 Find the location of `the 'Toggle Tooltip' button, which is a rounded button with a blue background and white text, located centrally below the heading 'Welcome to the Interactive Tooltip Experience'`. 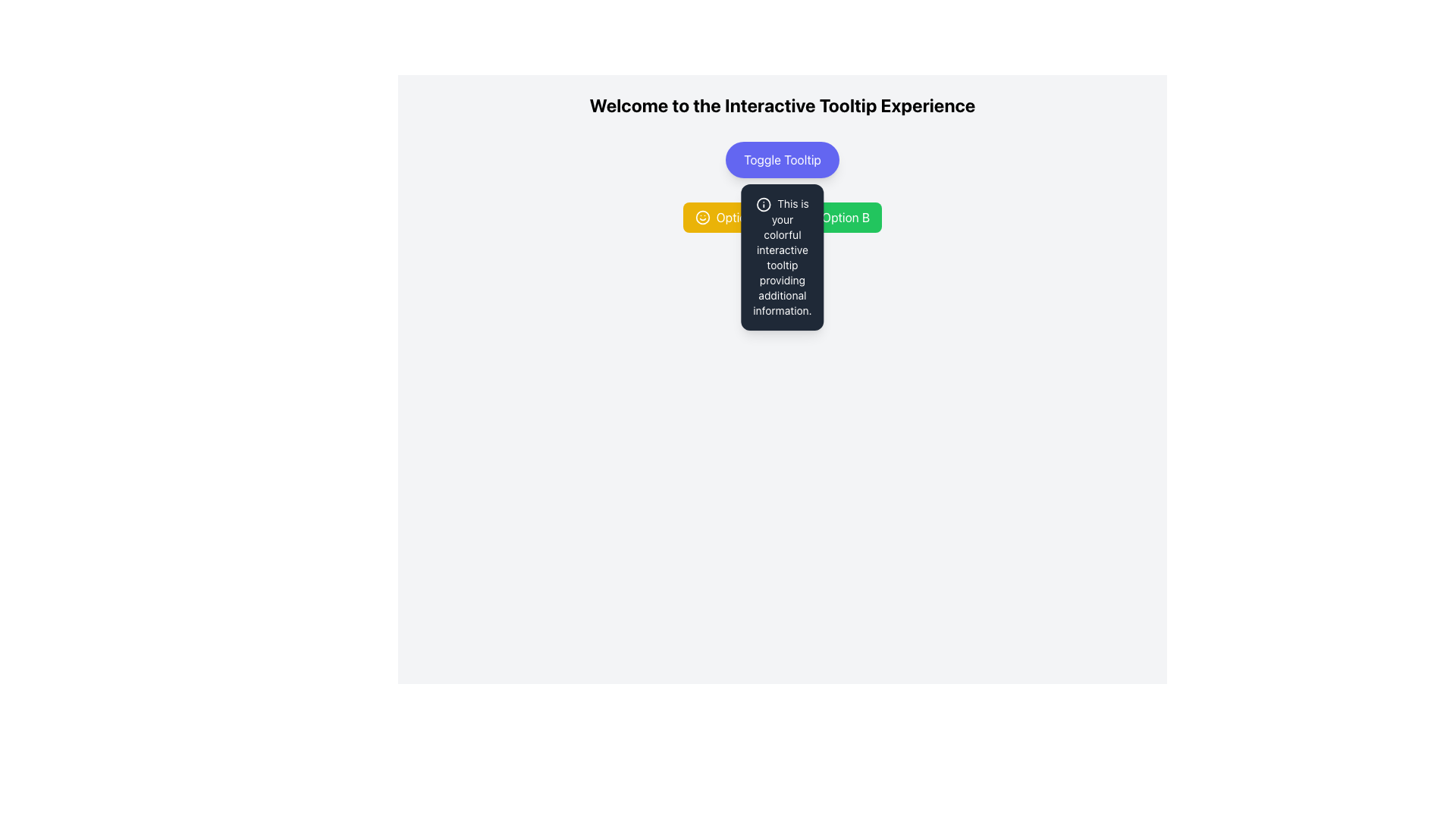

the 'Toggle Tooltip' button, which is a rounded button with a blue background and white text, located centrally below the heading 'Welcome to the Interactive Tooltip Experience' is located at coordinates (783, 160).